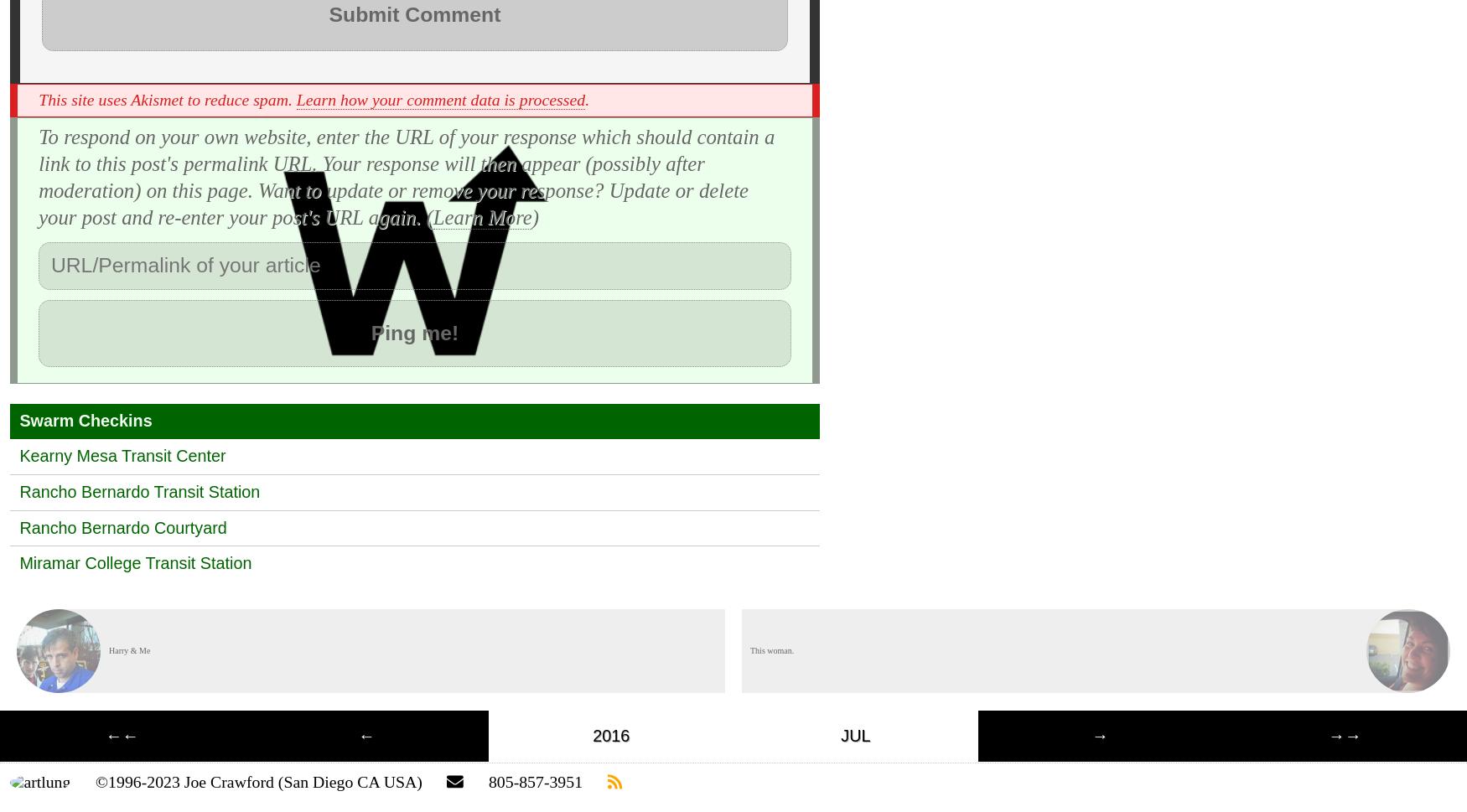  What do you see at coordinates (134, 562) in the screenshot?
I see `'Miramar College Transit Station'` at bounding box center [134, 562].